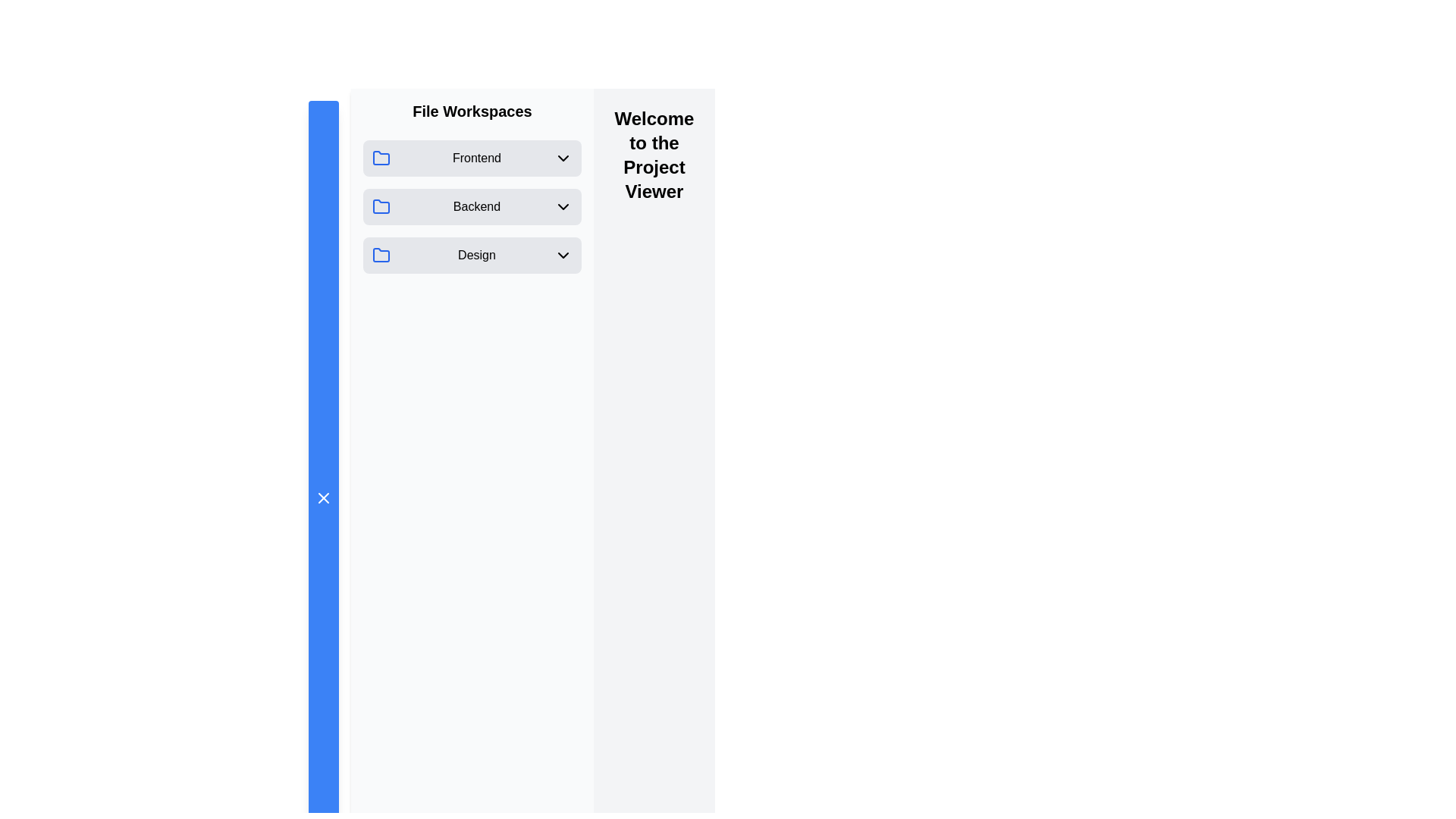 This screenshot has height=819, width=1456. What do you see at coordinates (563, 158) in the screenshot?
I see `the downward-pointing chevron icon within the 'Frontend' section` at bounding box center [563, 158].